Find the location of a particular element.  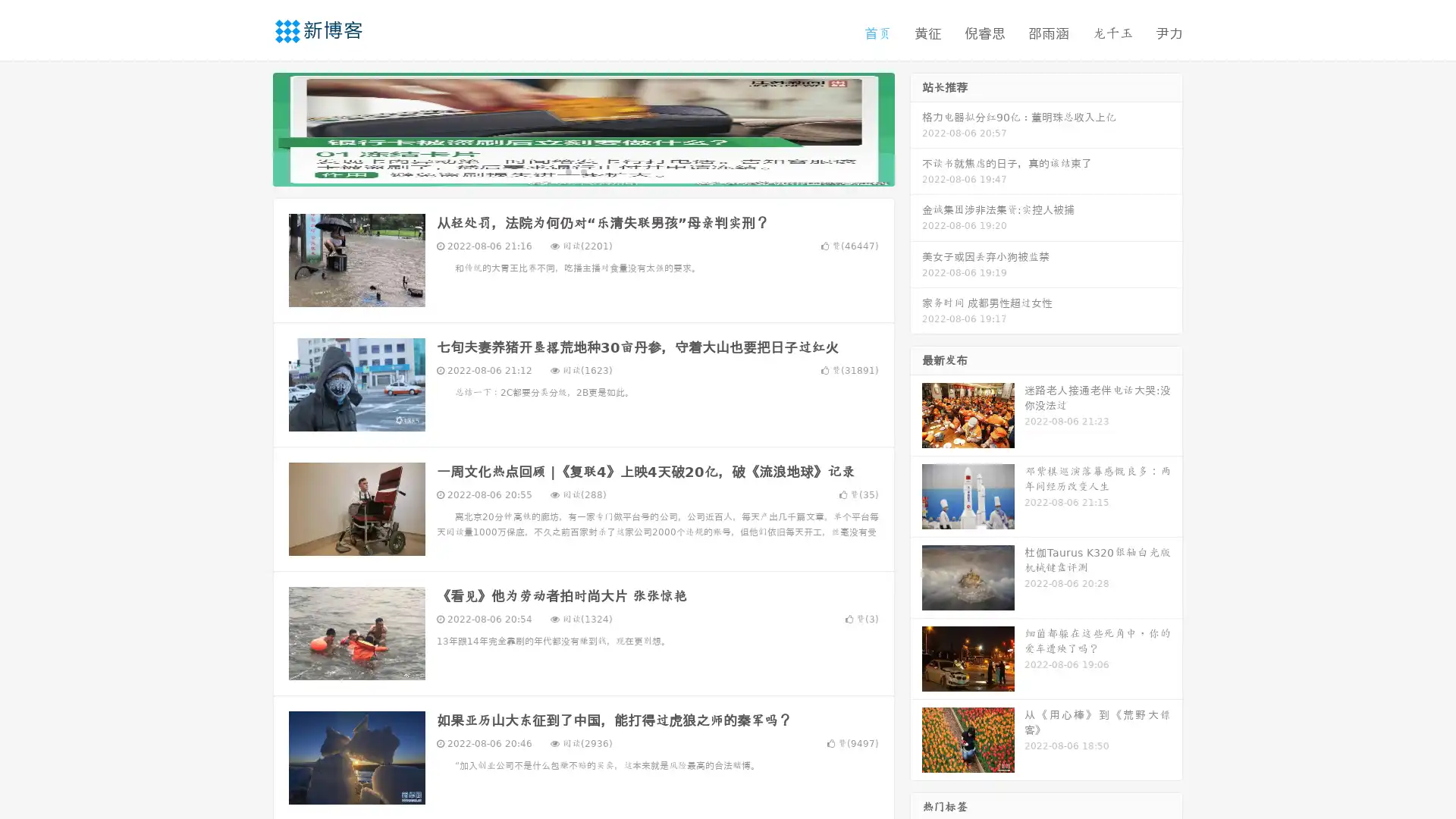

Previous slide is located at coordinates (250, 127).